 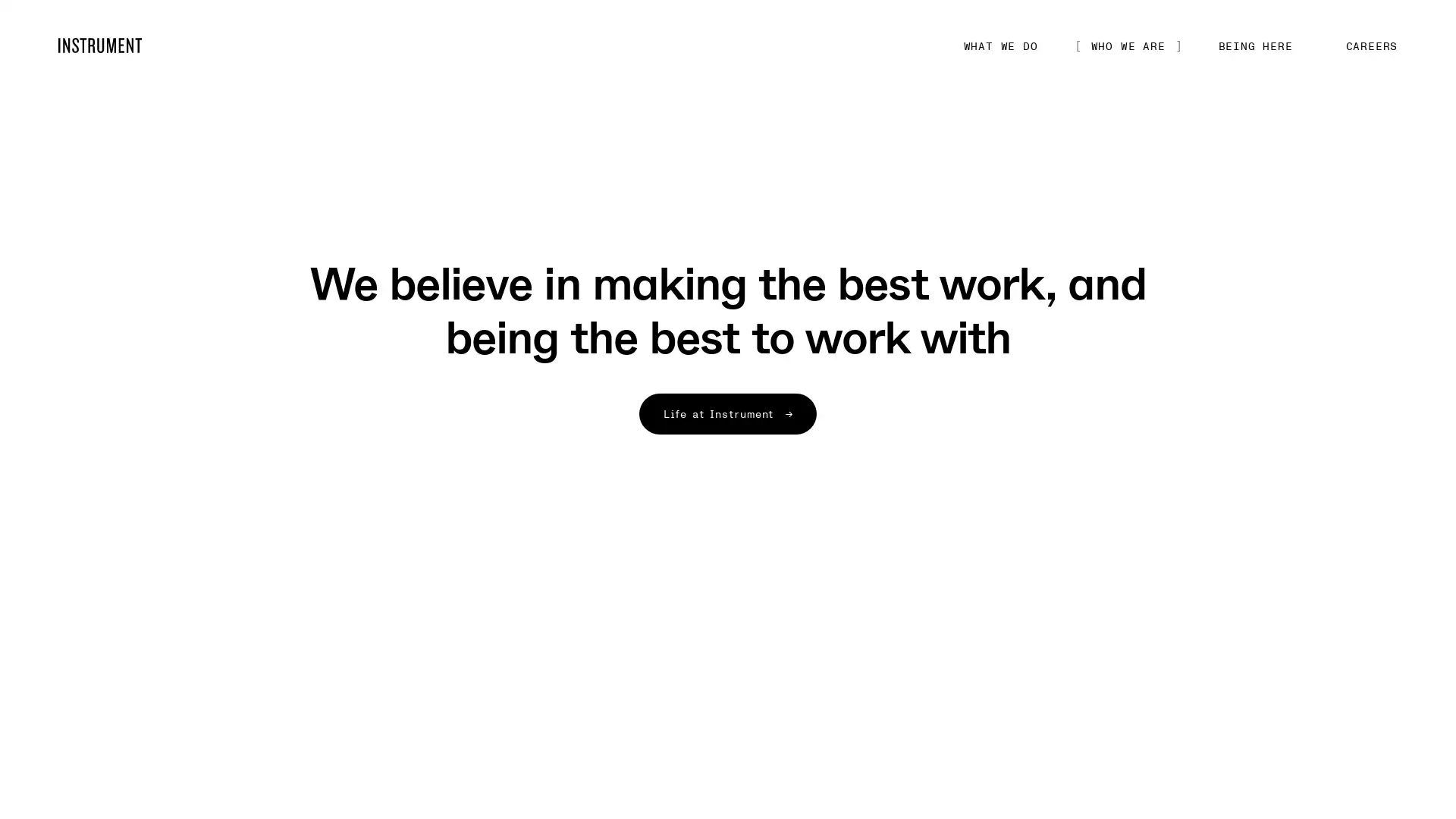 I want to click on Play/pause inline video, so click(x=86, y=706).